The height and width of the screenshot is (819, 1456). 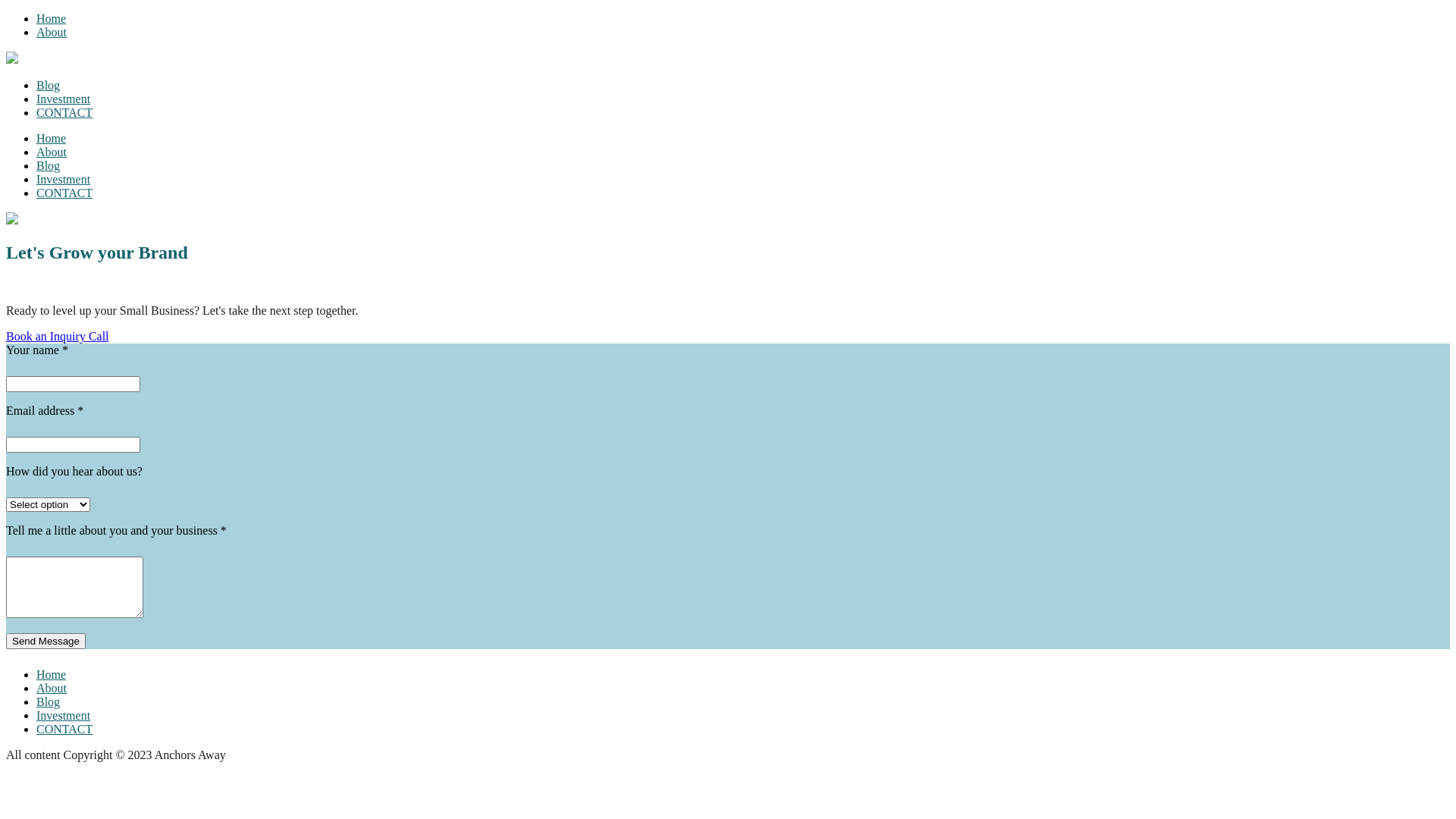 I want to click on 'Home', so click(x=51, y=138).